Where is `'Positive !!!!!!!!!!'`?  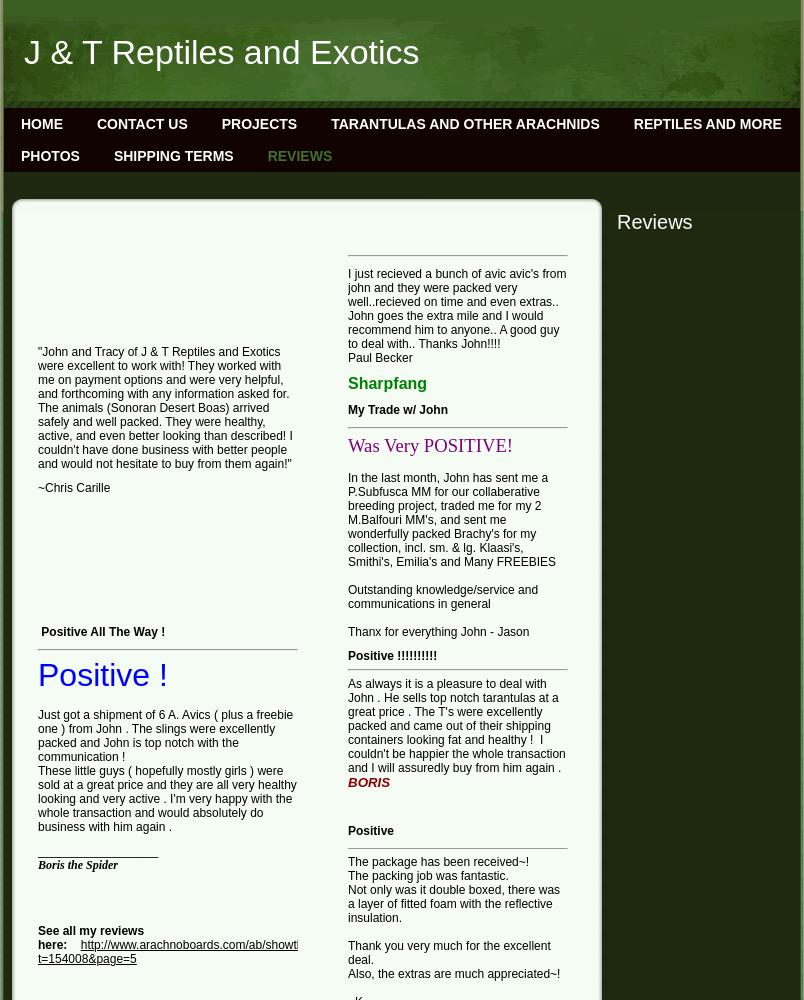 'Positive !!!!!!!!!!' is located at coordinates (391, 656).